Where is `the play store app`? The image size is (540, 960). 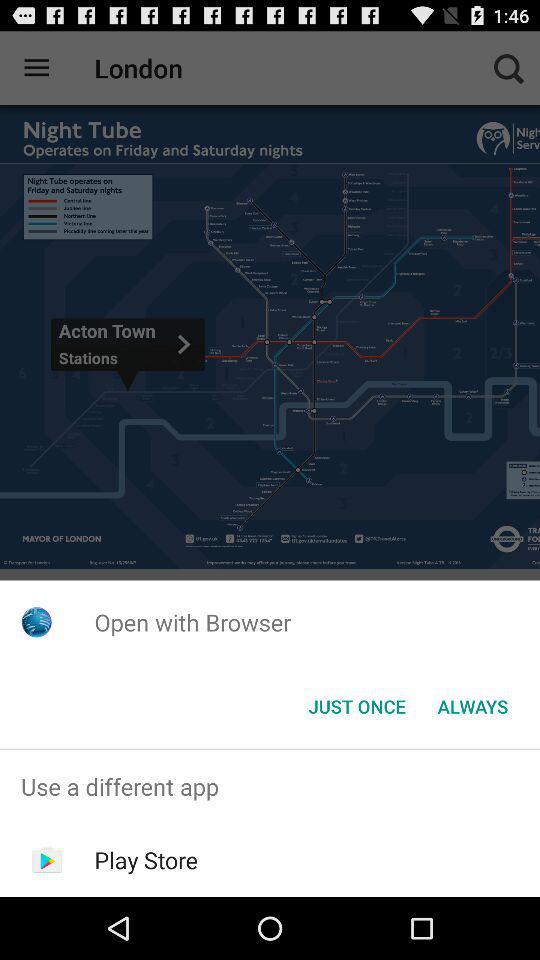 the play store app is located at coordinates (145, 859).